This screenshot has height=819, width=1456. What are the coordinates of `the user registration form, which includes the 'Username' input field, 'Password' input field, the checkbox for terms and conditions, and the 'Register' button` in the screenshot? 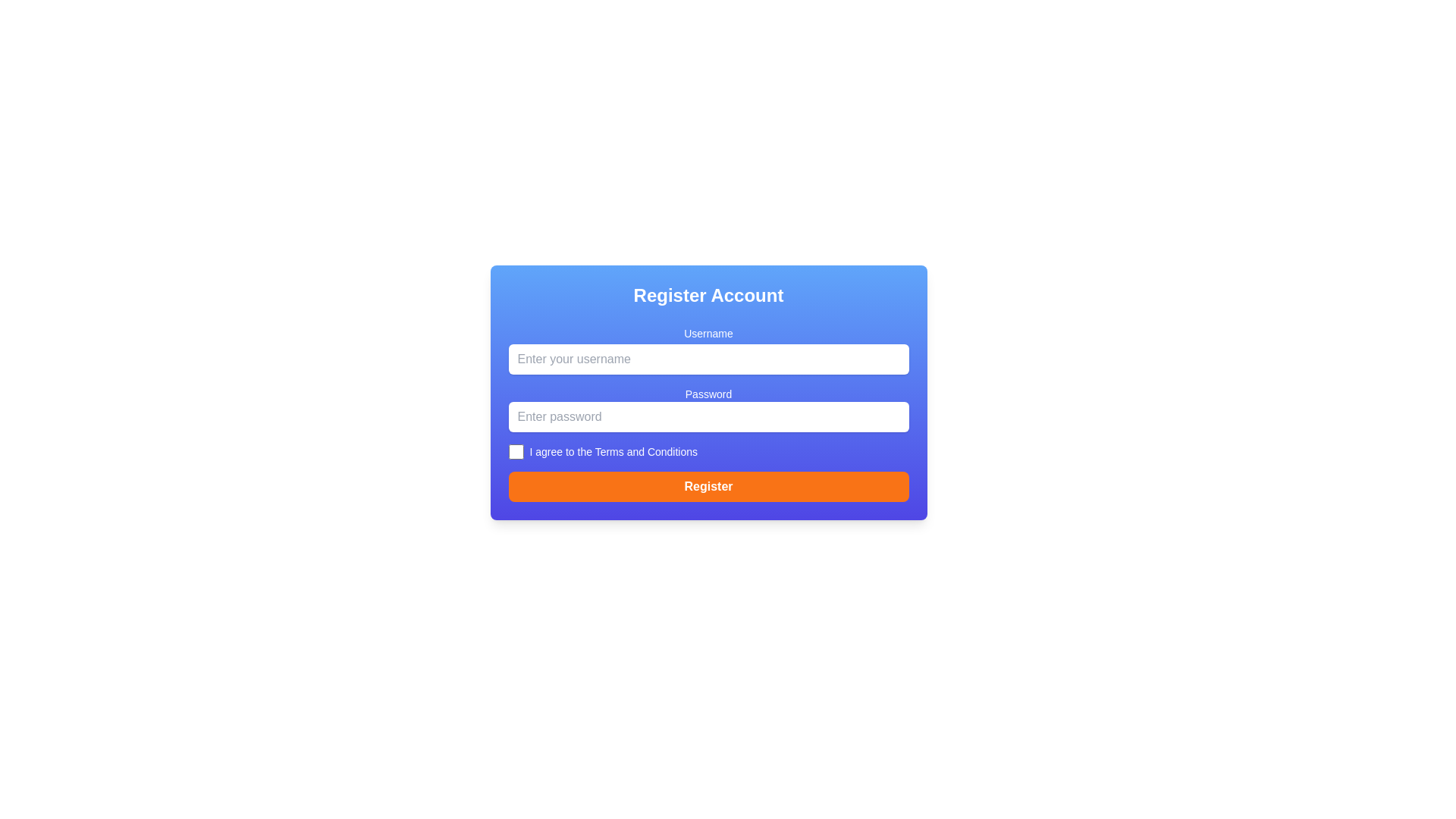 It's located at (708, 414).